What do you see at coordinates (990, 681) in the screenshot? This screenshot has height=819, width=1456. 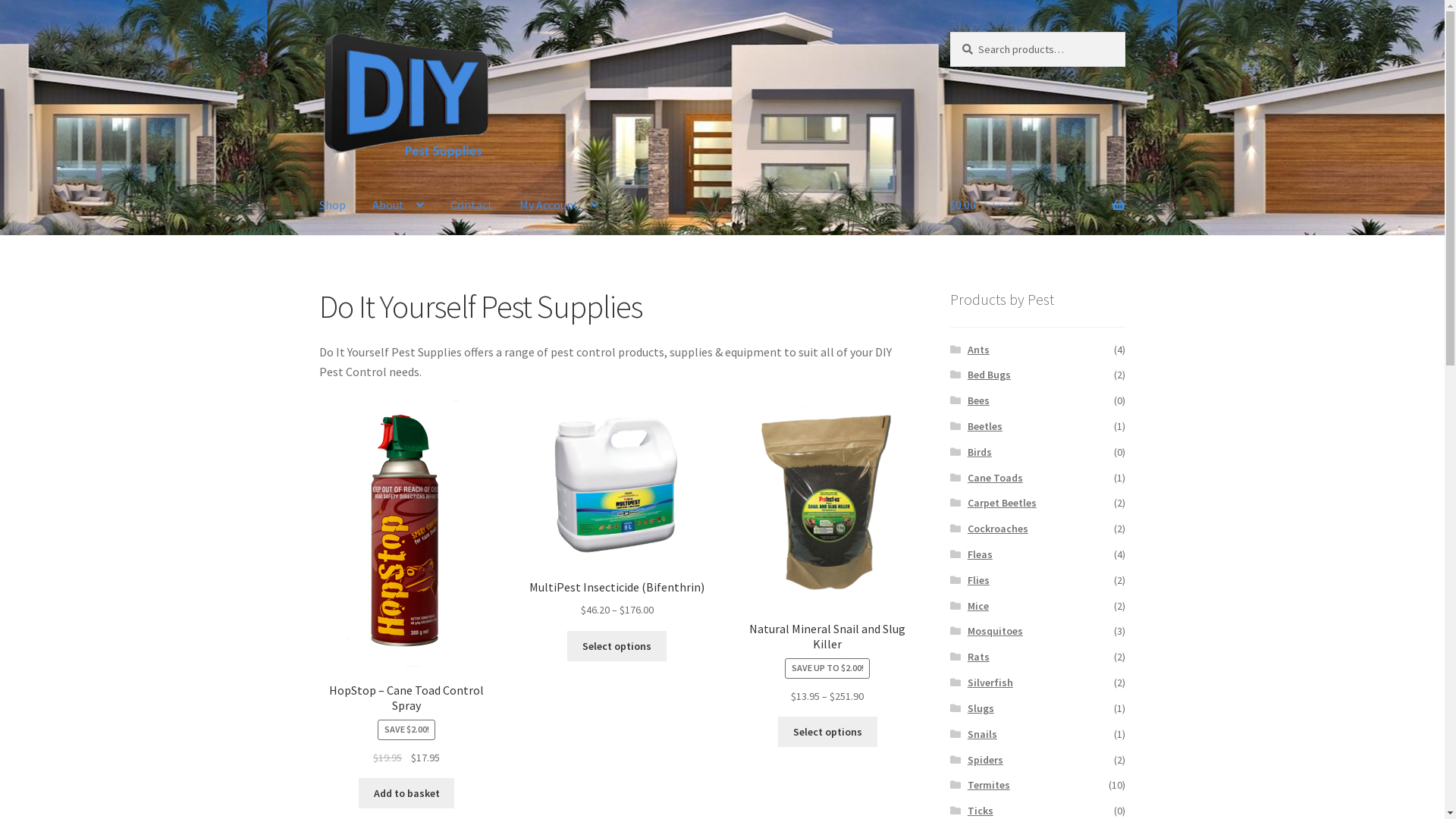 I see `'Silverfish'` at bounding box center [990, 681].